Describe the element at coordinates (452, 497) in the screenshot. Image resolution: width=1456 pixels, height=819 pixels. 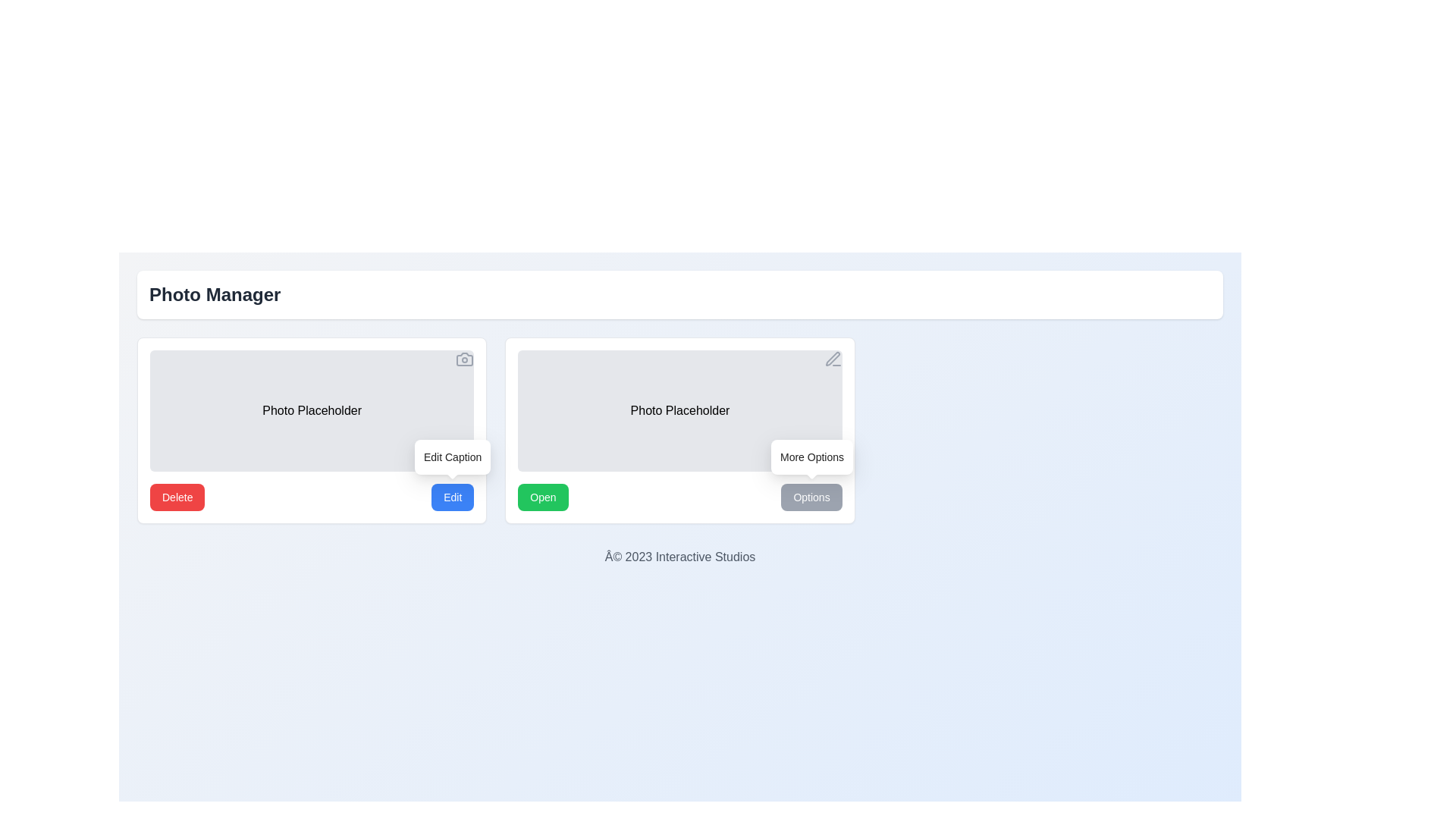
I see `the blue 'Edit' button labeled with white text` at that location.